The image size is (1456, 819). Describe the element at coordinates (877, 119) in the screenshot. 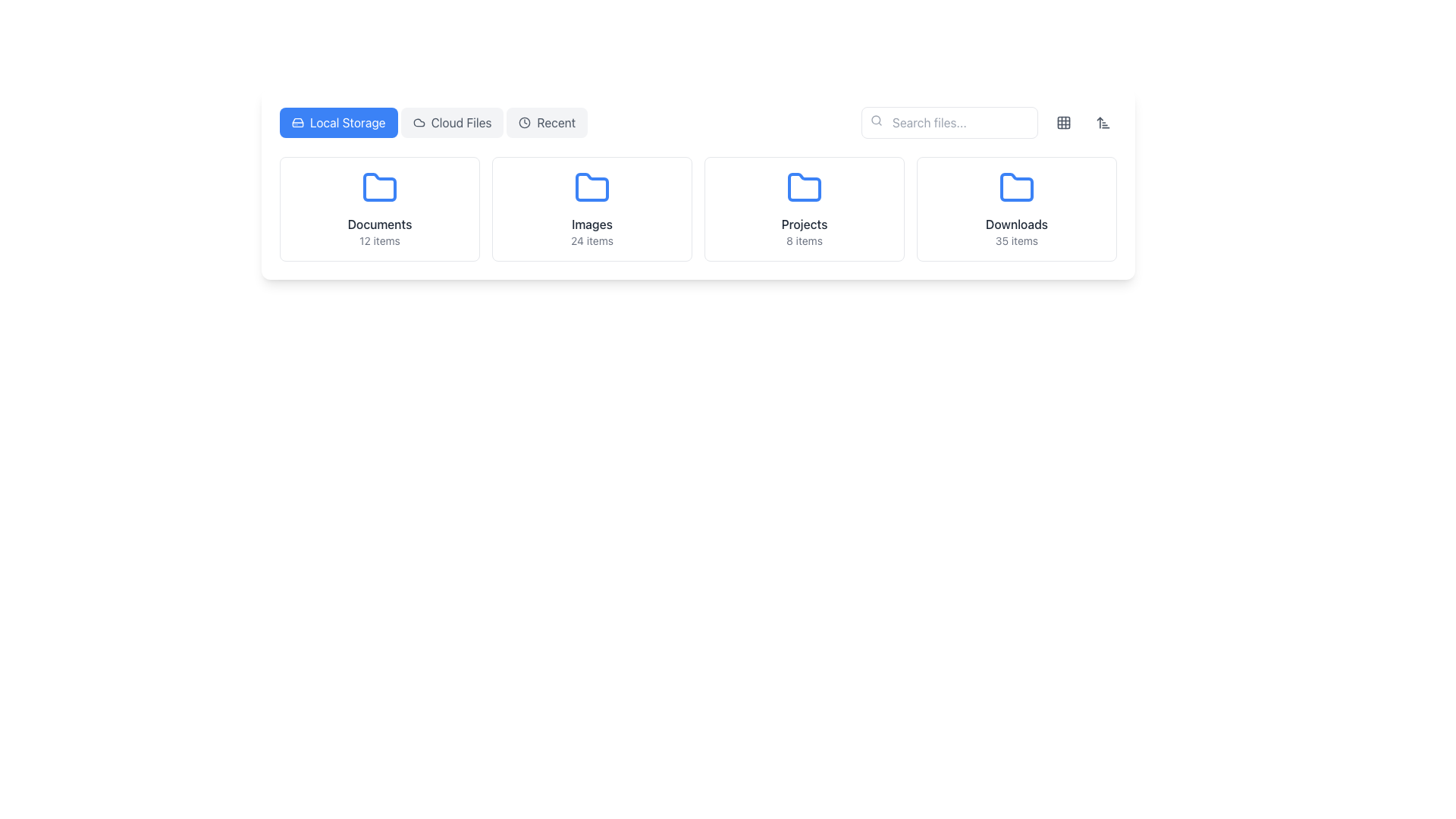

I see `the small magnifying glass icon located to the left of the search input field, which features a circular lens with a handle and is styled with a simple black outline` at that location.